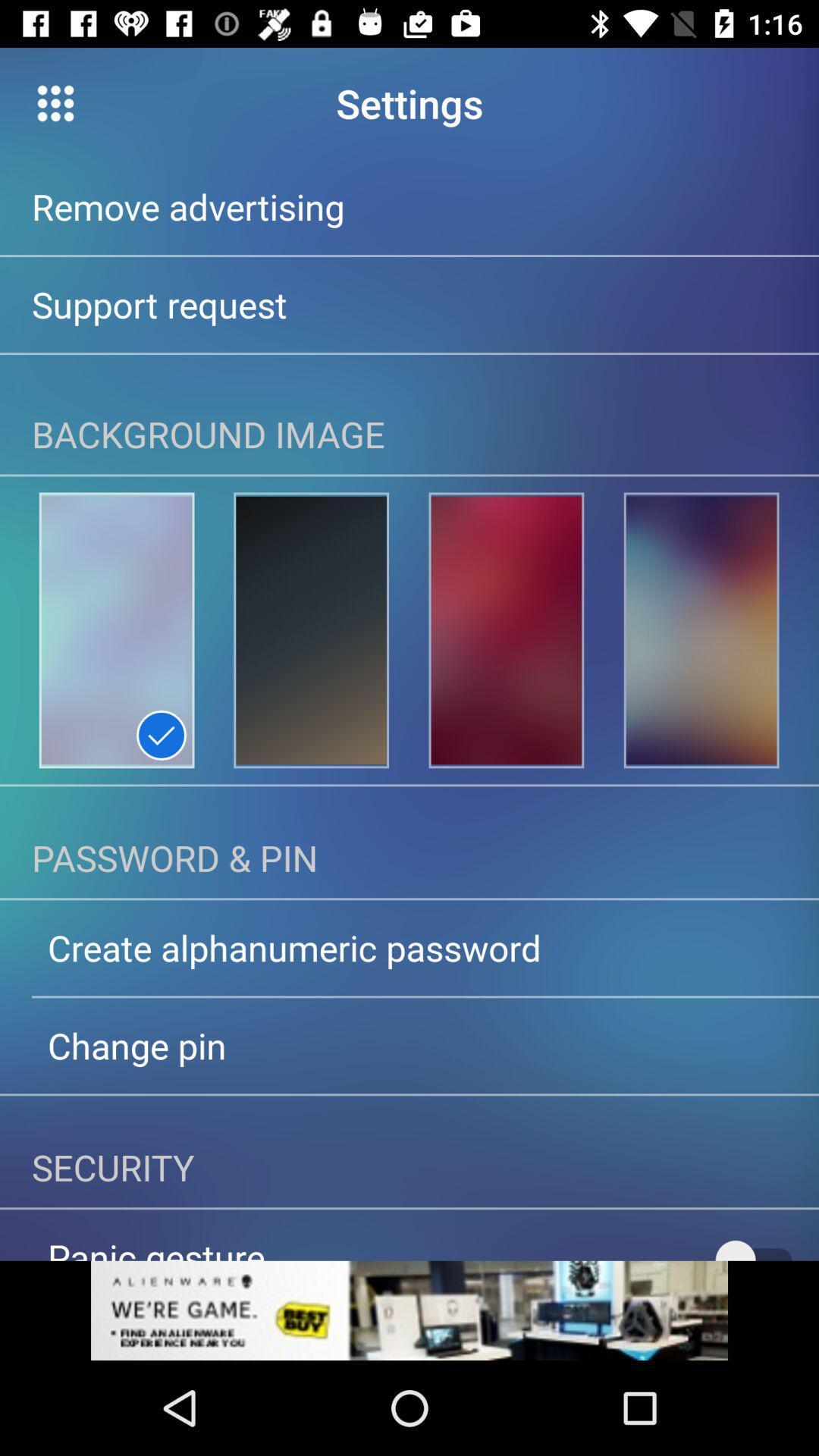 The image size is (819, 1456). What do you see at coordinates (116, 630) in the screenshot?
I see `pale blue and purple background option` at bounding box center [116, 630].